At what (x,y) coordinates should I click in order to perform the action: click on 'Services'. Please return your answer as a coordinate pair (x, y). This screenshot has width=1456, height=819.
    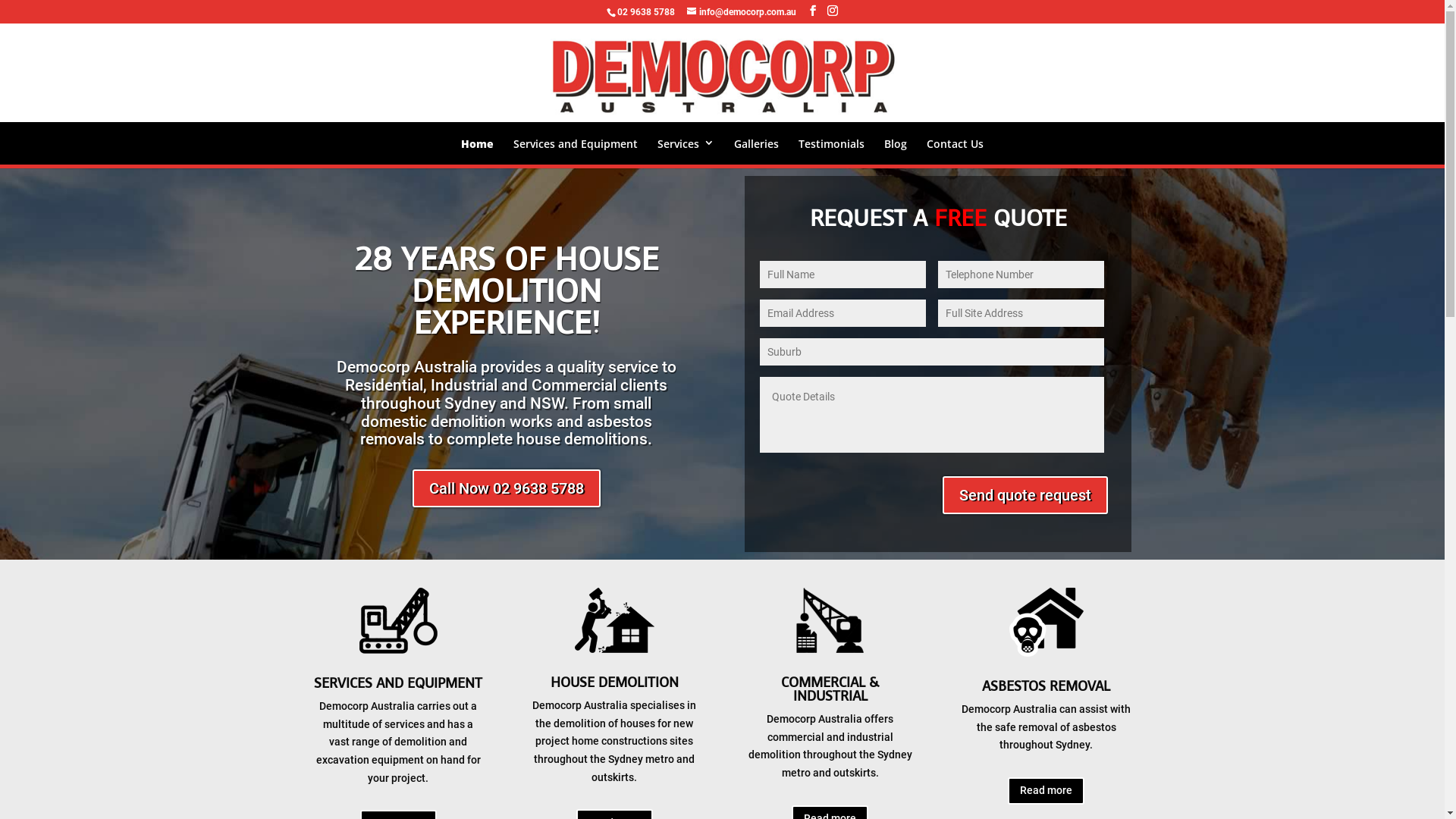
    Looking at the image, I should click on (686, 143).